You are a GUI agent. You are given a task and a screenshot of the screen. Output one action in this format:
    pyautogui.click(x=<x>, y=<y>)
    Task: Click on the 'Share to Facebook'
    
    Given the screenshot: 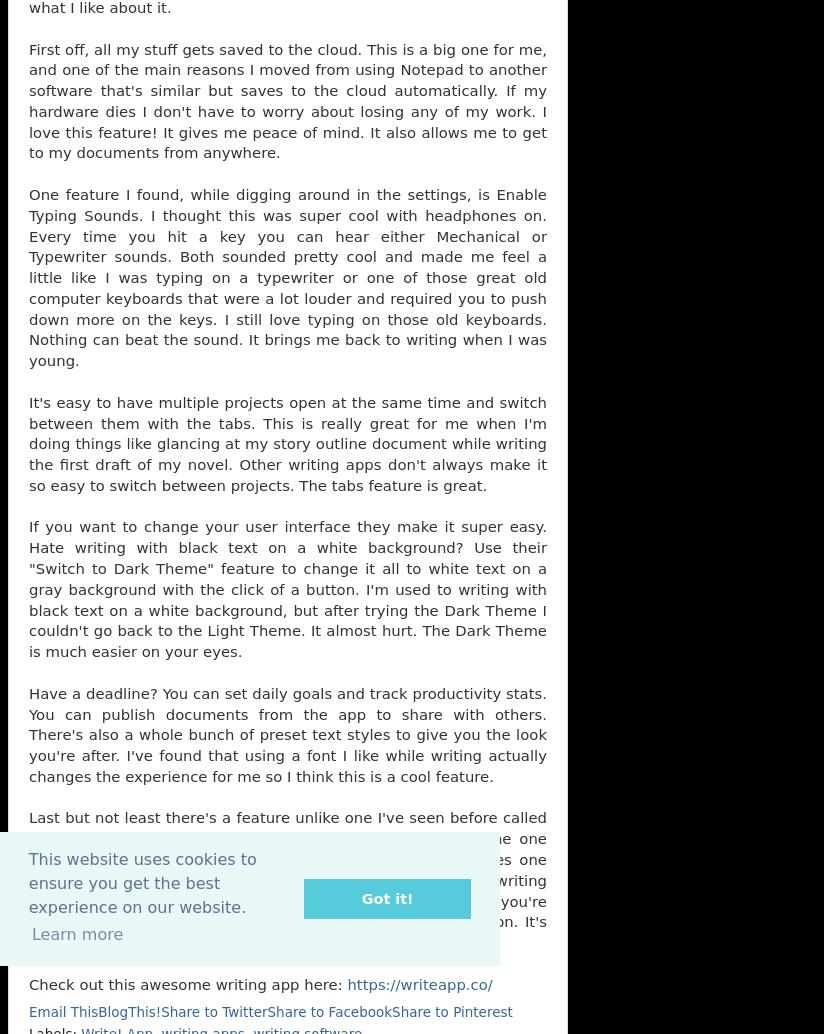 What is the action you would take?
    pyautogui.click(x=266, y=1010)
    